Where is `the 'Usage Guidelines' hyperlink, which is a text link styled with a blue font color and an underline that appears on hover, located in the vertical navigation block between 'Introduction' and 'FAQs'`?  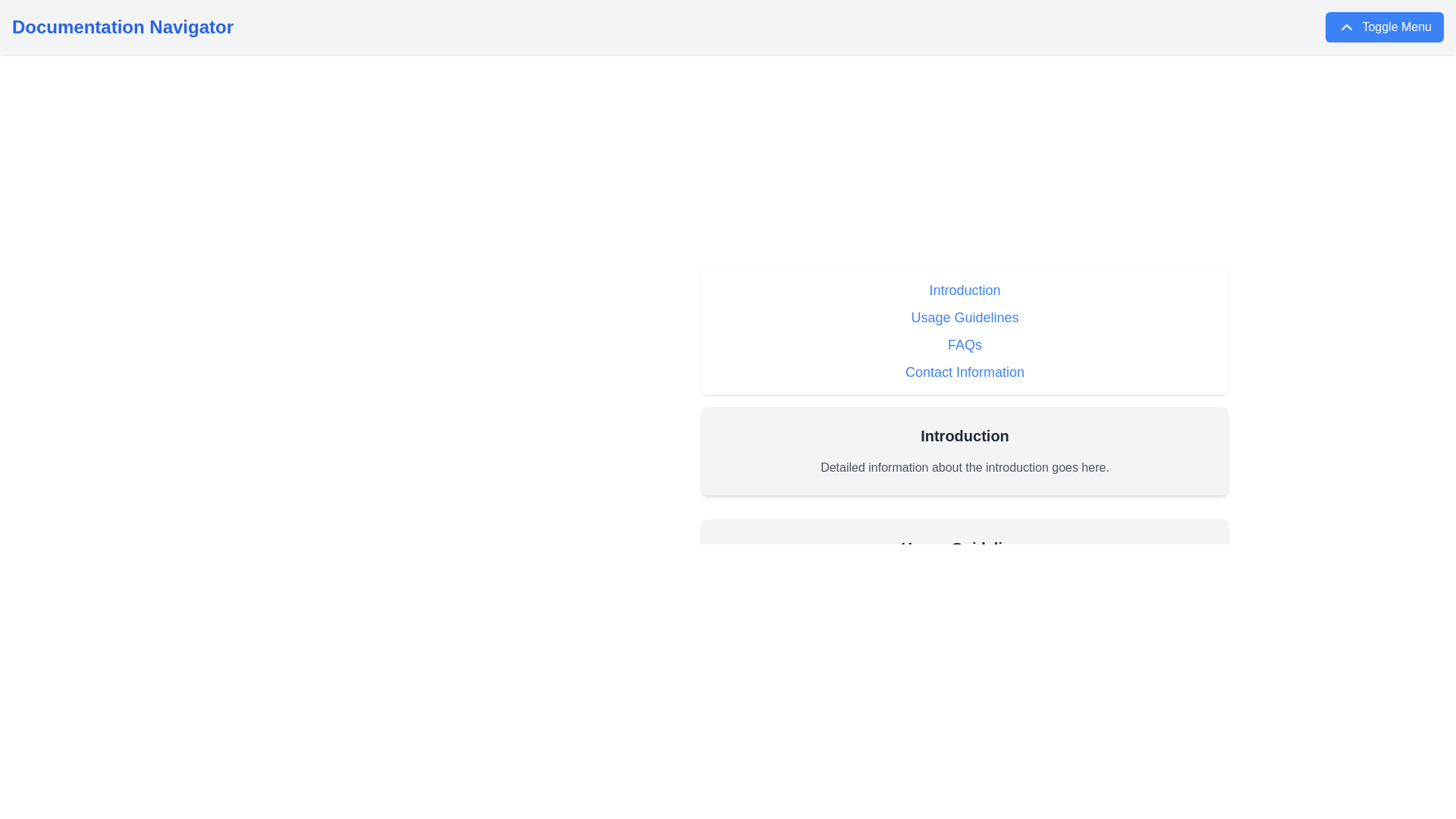 the 'Usage Guidelines' hyperlink, which is a text link styled with a blue font color and an underline that appears on hover, located in the vertical navigation block between 'Introduction' and 'FAQs' is located at coordinates (964, 317).